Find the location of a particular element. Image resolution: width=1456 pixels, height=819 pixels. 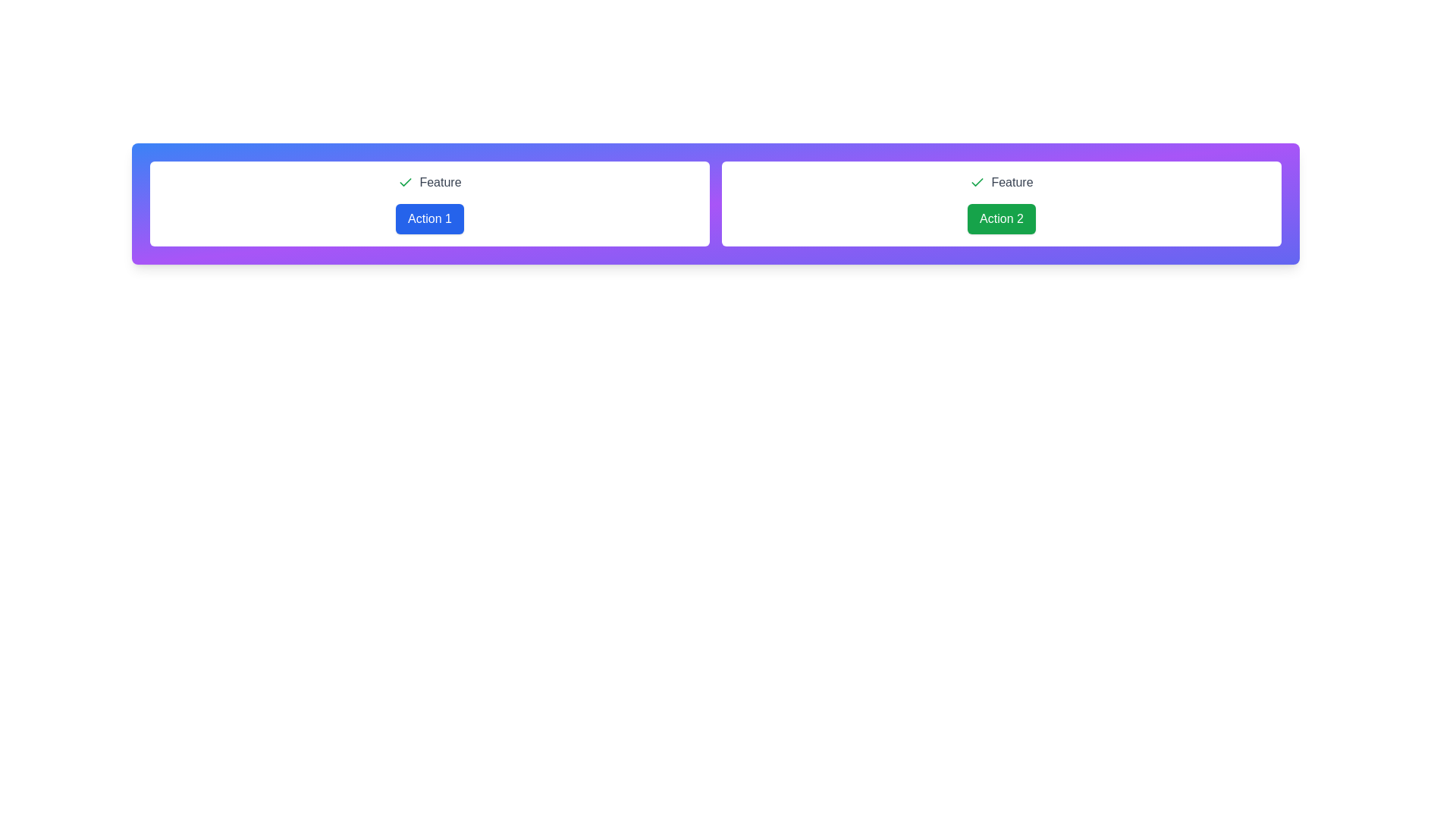

the static display element featuring a green checkmark icon and the text 'Feature' in gray, located above the blue button labeled 'Action 1' is located at coordinates (428, 181).